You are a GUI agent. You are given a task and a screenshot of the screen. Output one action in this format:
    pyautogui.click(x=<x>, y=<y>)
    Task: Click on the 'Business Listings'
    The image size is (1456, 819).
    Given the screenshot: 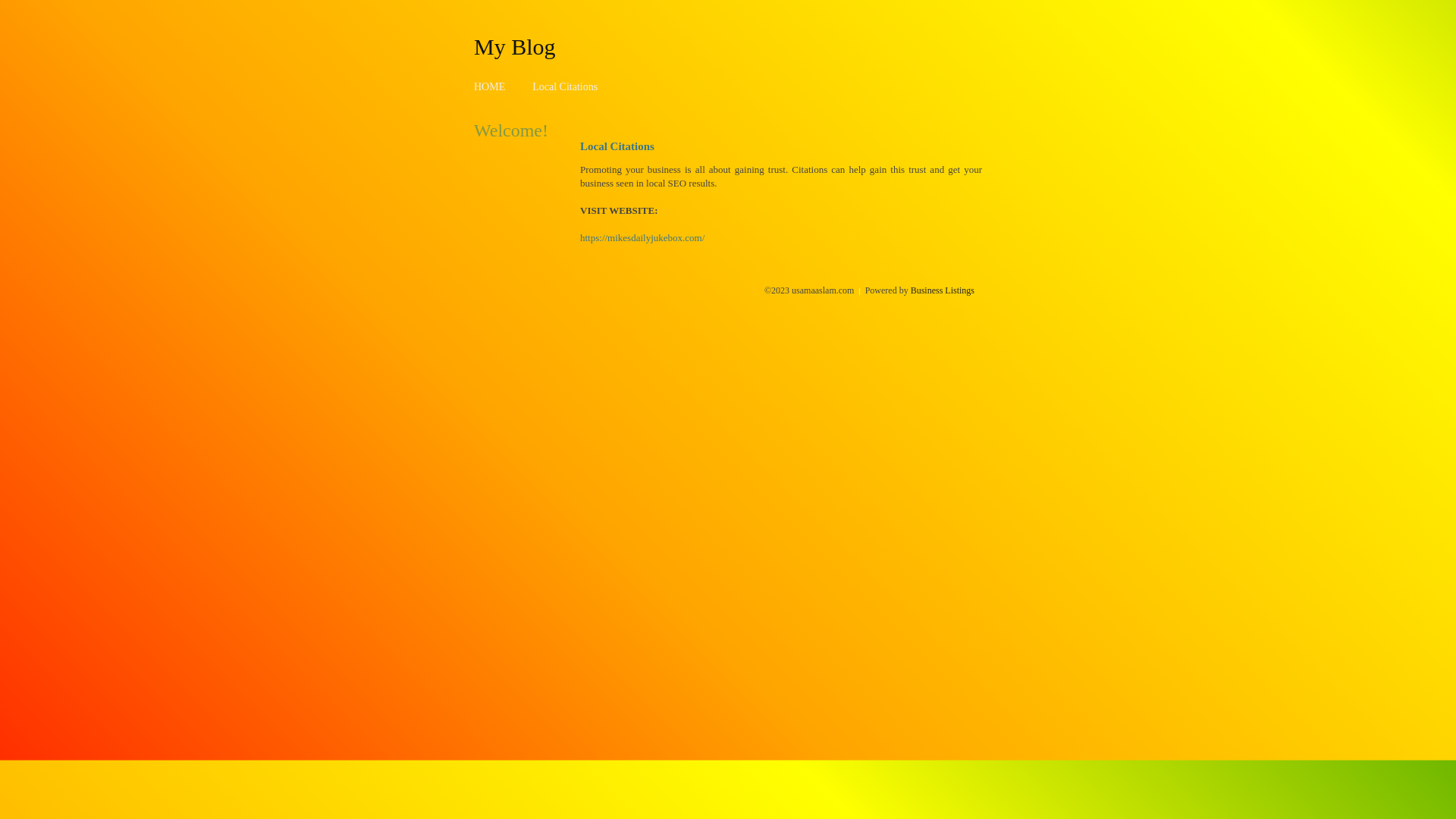 What is the action you would take?
    pyautogui.click(x=942, y=290)
    